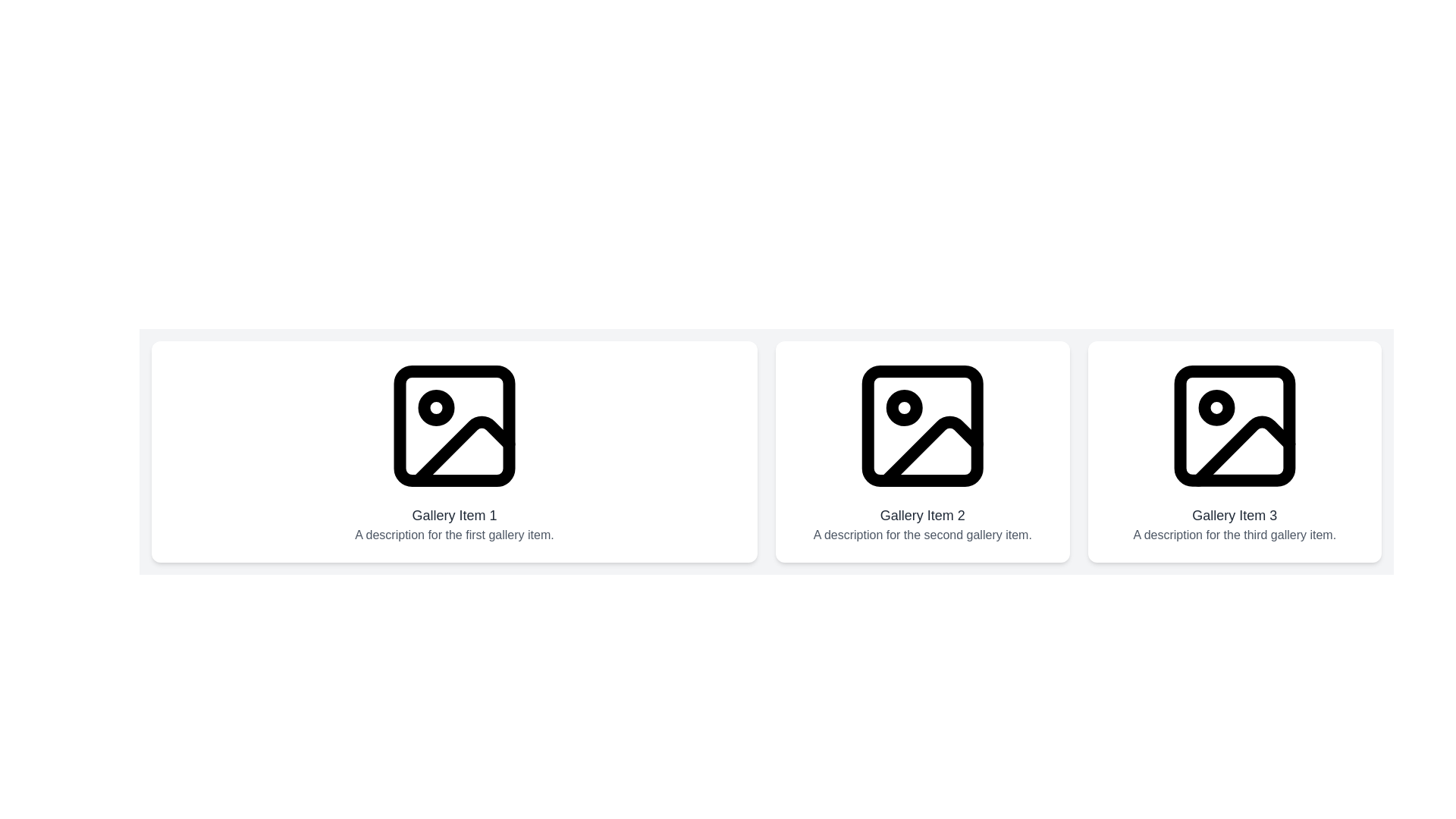 The height and width of the screenshot is (819, 1456). Describe the element at coordinates (435, 406) in the screenshot. I see `the small circle element located in the upper left area of the SVG image, which is part of the leftmost gallery item above the mountain illustration` at that location.